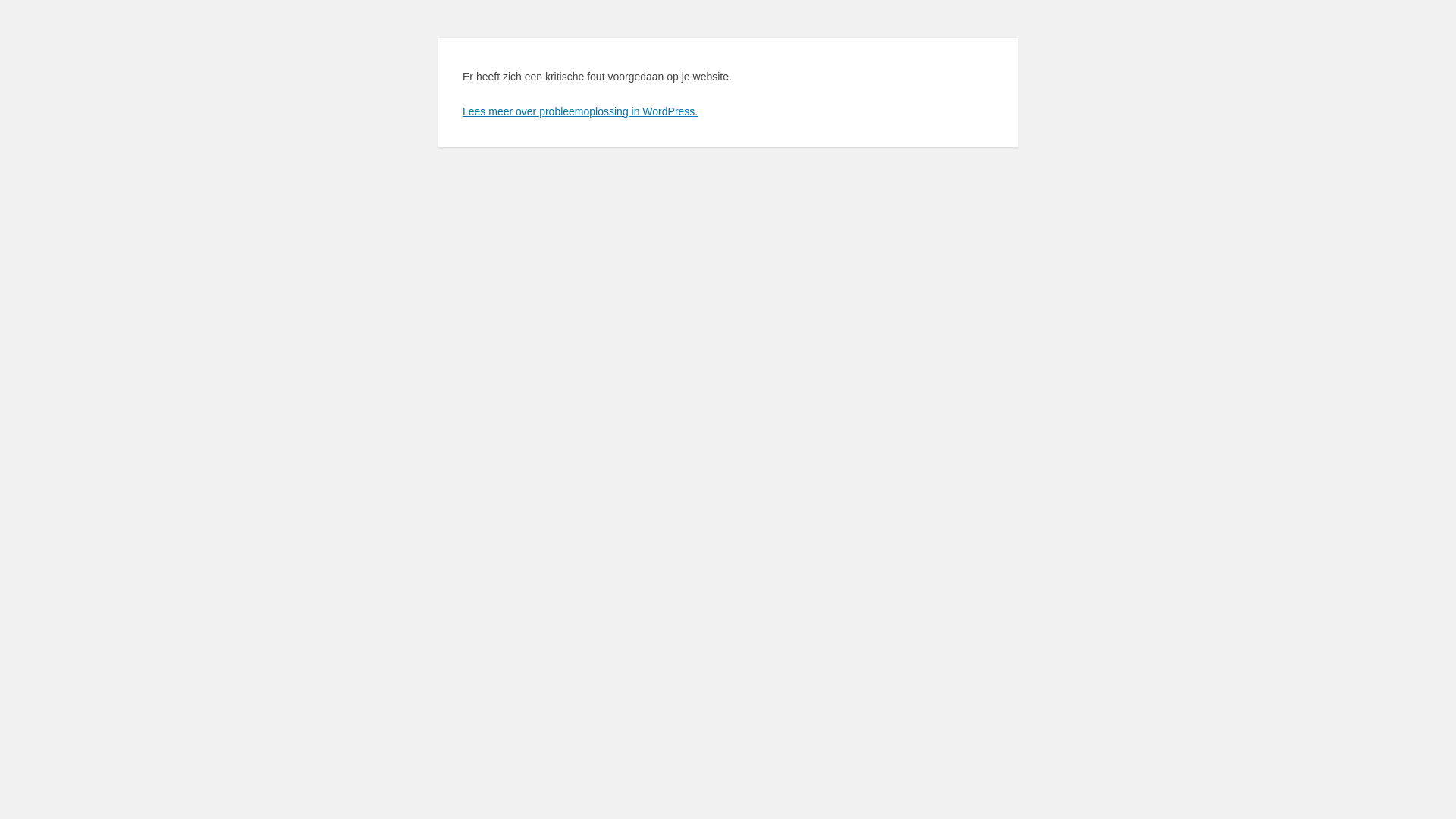 The image size is (1456, 819). What do you see at coordinates (579, 110) in the screenshot?
I see `'Lees meer over probleemoplossing in WordPress.'` at bounding box center [579, 110].